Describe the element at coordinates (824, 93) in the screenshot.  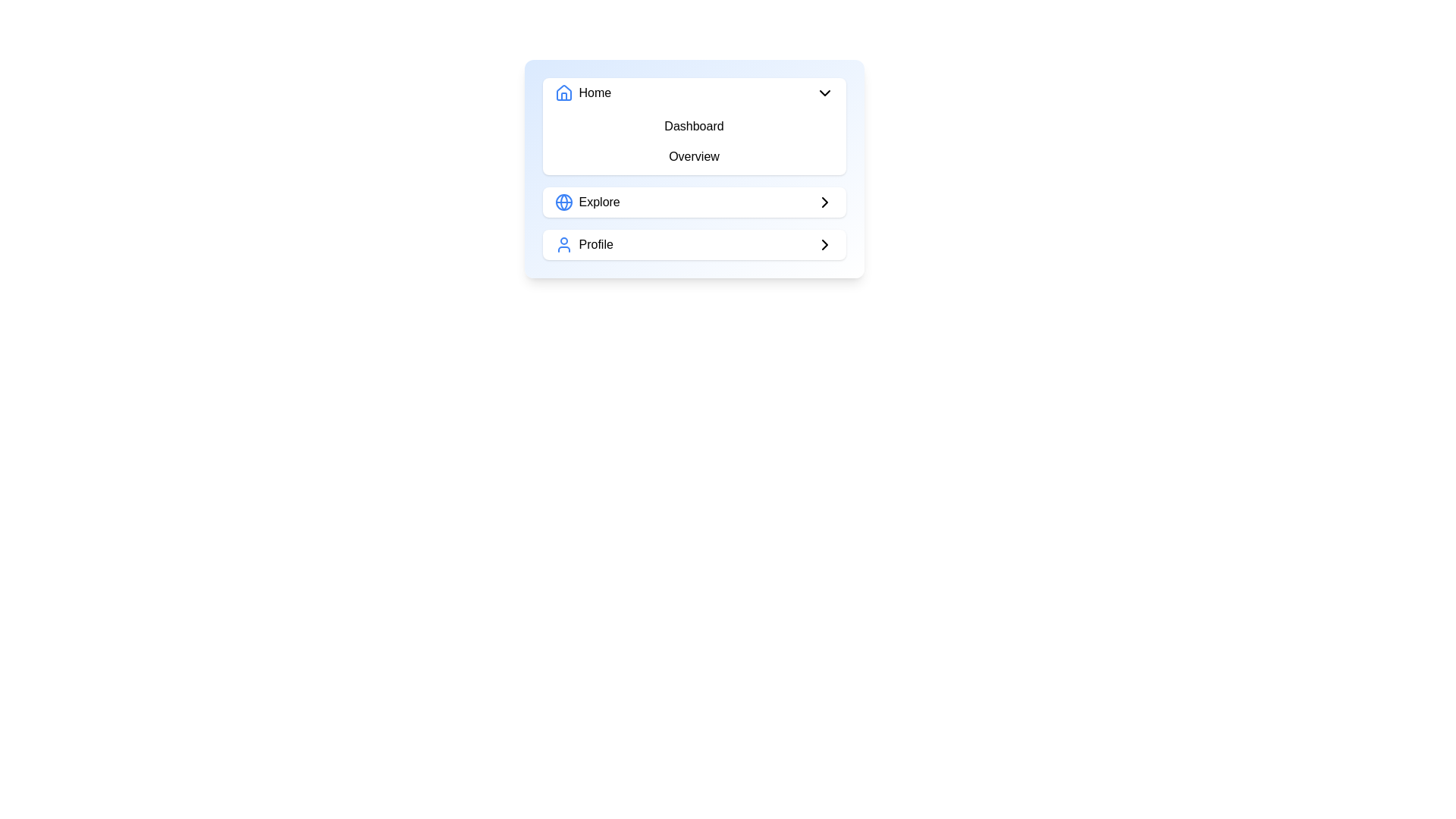
I see `the Chevron Icon located at the far right of the 'Home' menu item, which toggles the dropdown options` at that location.